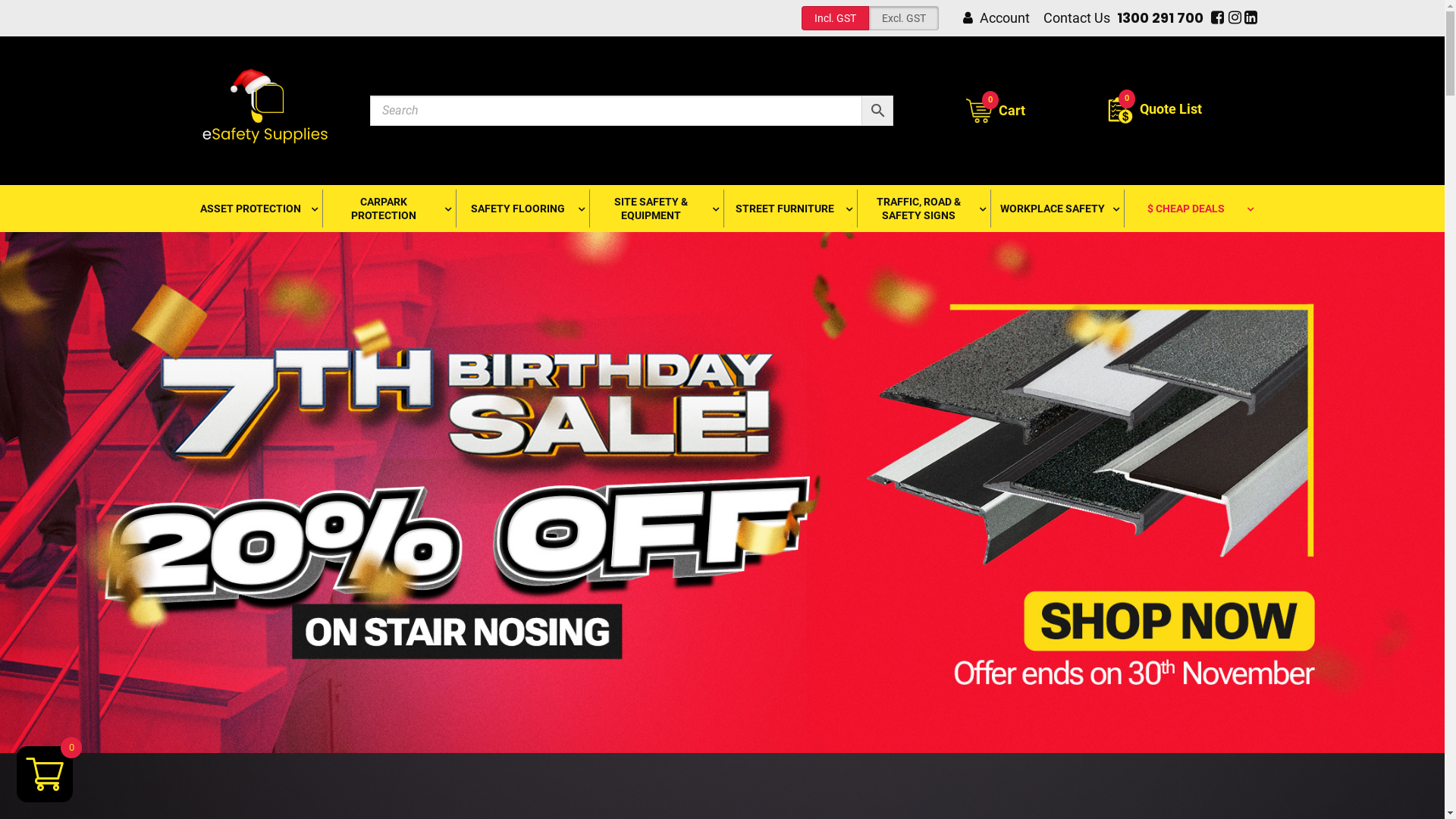 This screenshot has width=1456, height=819. What do you see at coordinates (255, 208) in the screenshot?
I see `'ASSET PROTECTION'` at bounding box center [255, 208].